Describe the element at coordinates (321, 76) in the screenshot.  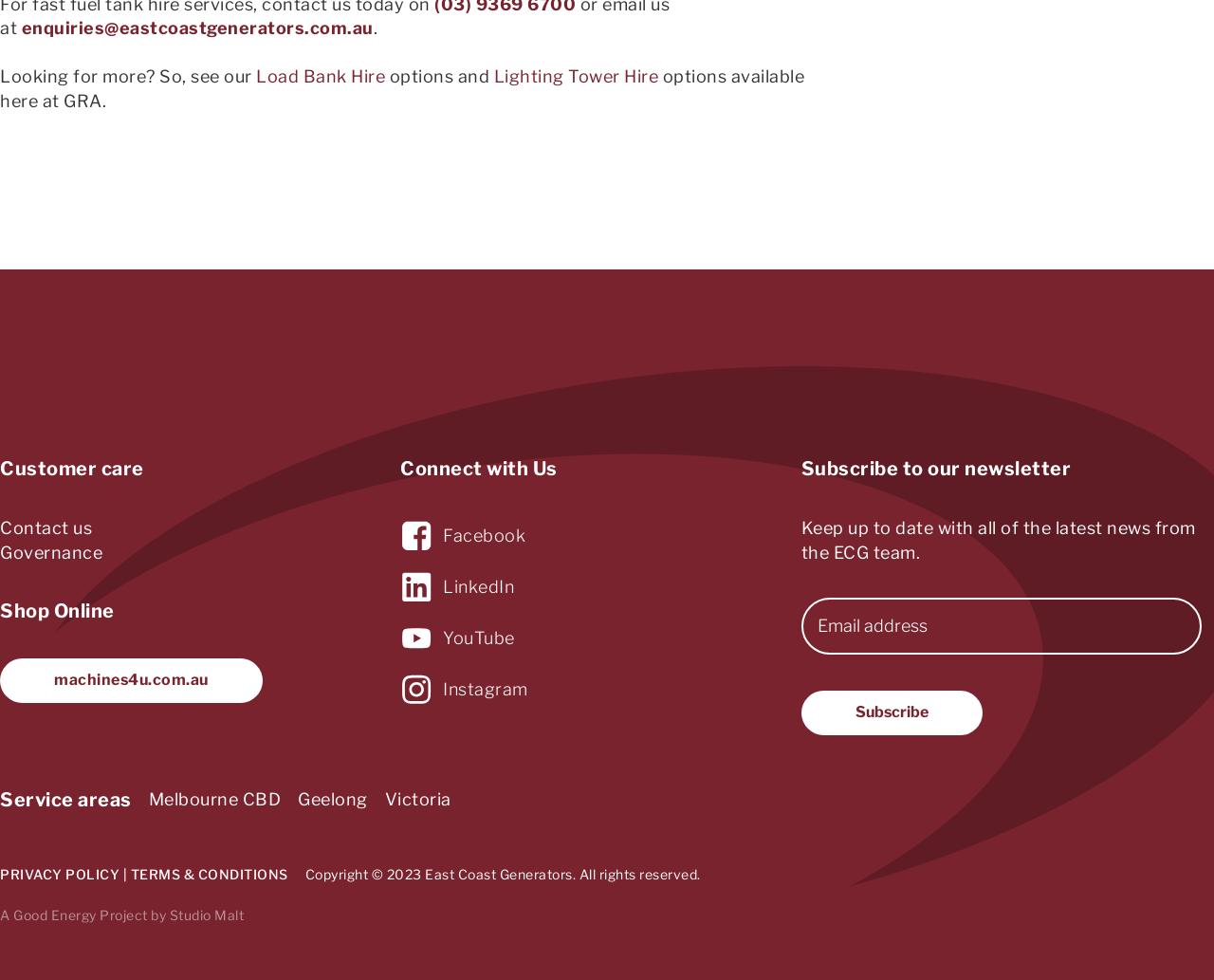
I see `'Load Bank Hire'` at that location.